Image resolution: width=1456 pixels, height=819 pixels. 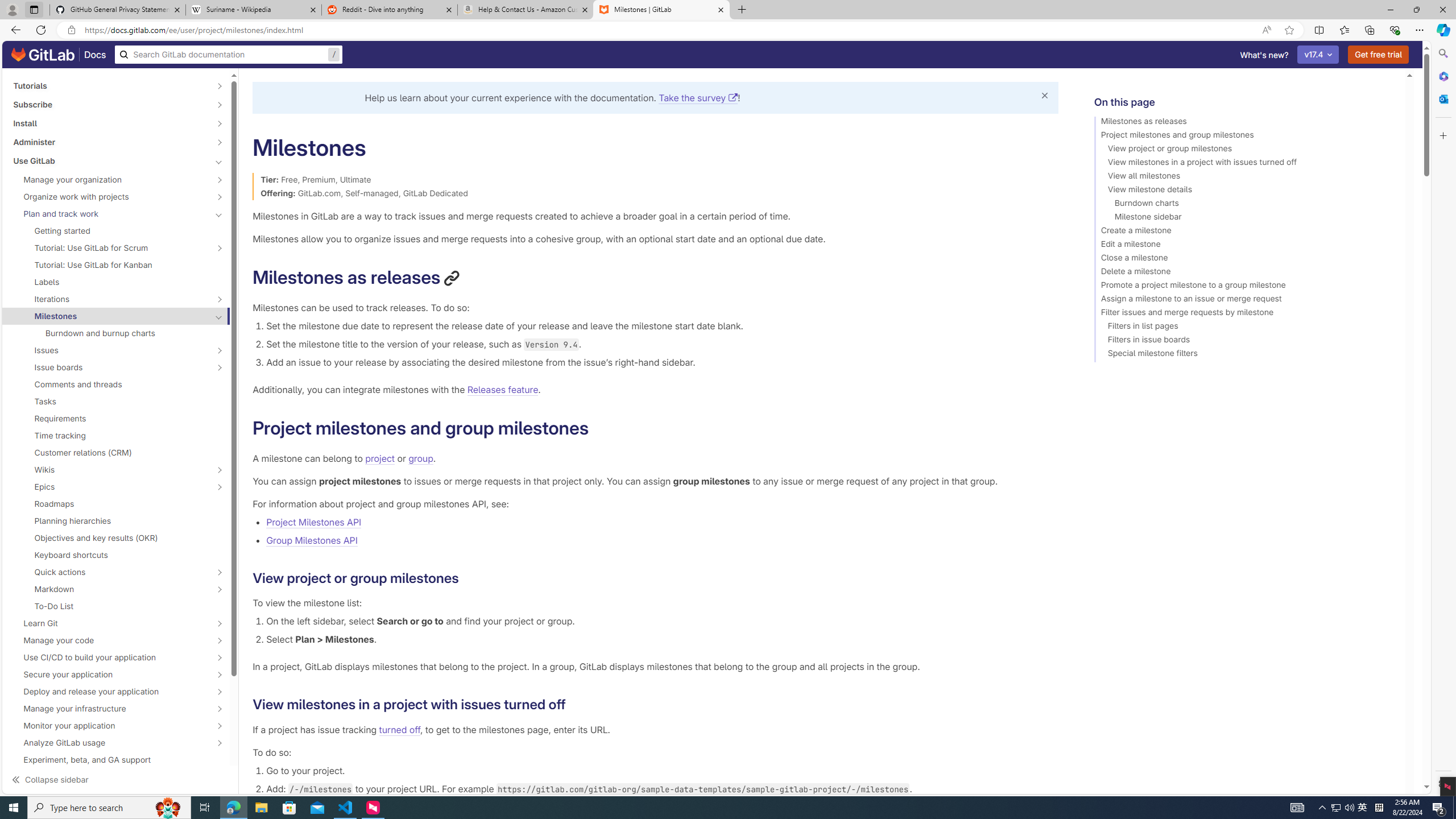 I want to click on 'GitLab documentation home', so click(x=42, y=54).